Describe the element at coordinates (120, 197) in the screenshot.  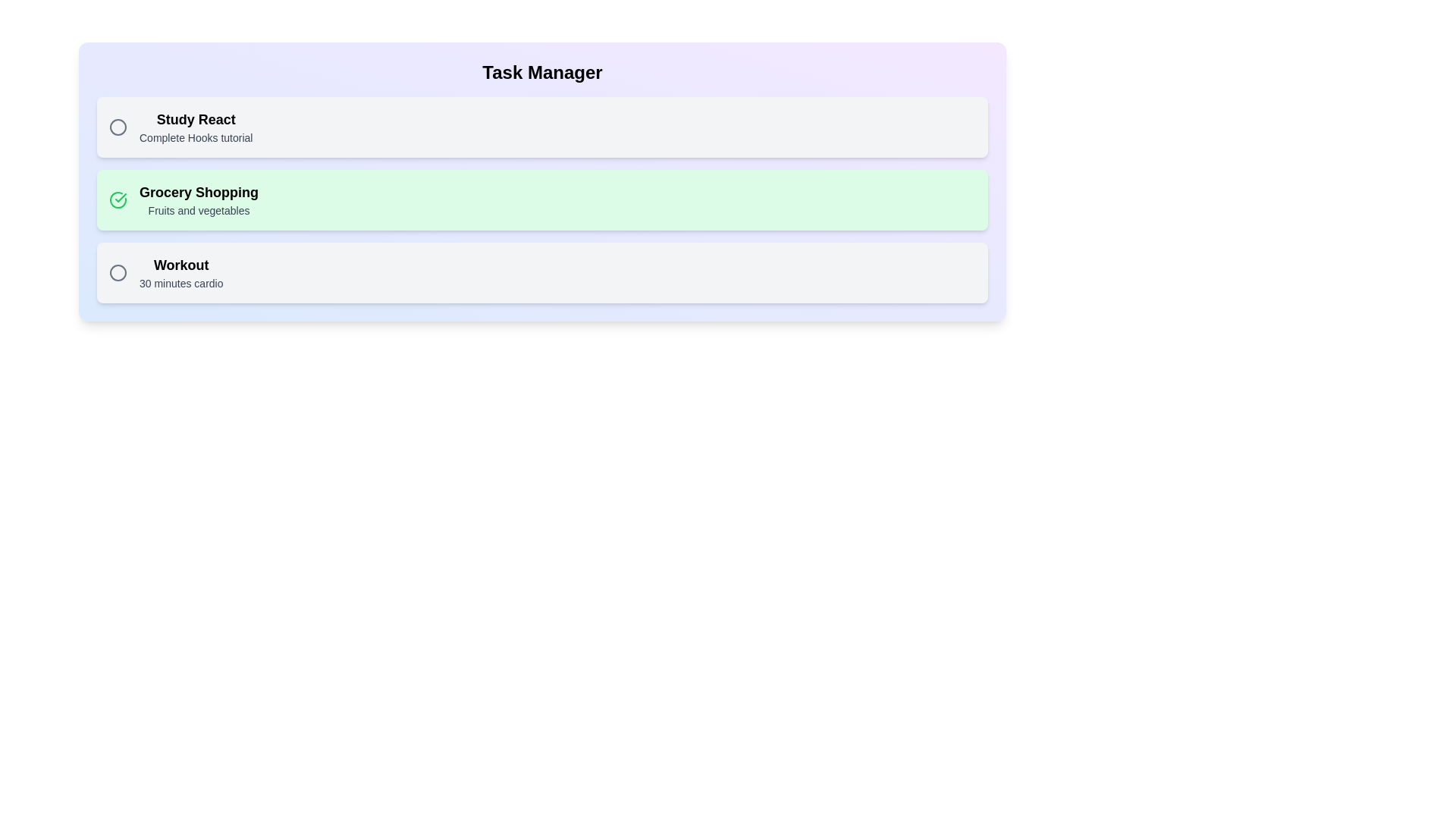
I see `the small green-colored checkmark icon within the circular boundary that indicates a completed task for 'Grocery Shopping'` at that location.